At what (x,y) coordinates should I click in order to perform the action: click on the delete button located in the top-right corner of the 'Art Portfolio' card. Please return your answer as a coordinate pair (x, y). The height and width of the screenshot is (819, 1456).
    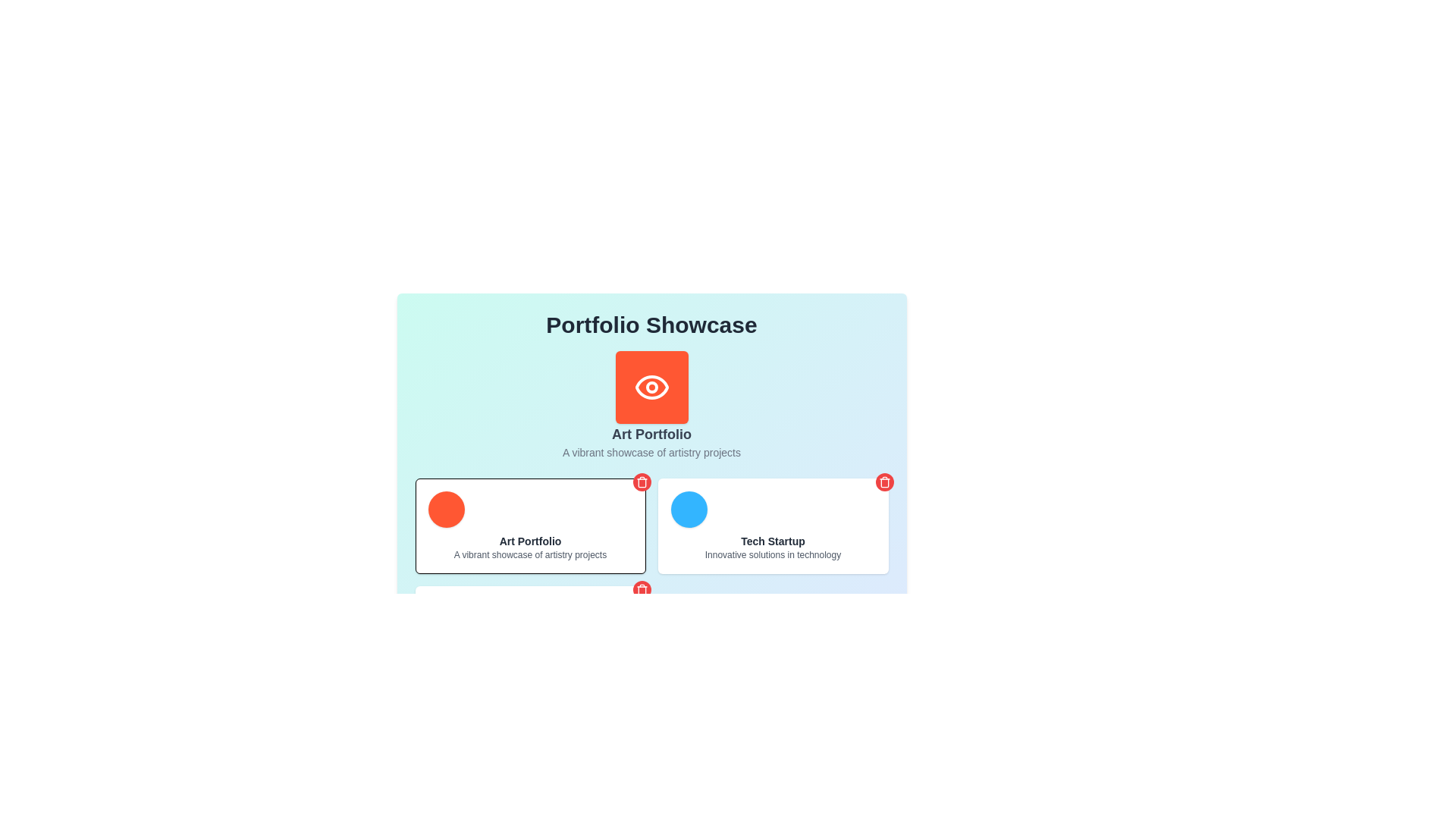
    Looking at the image, I should click on (884, 482).